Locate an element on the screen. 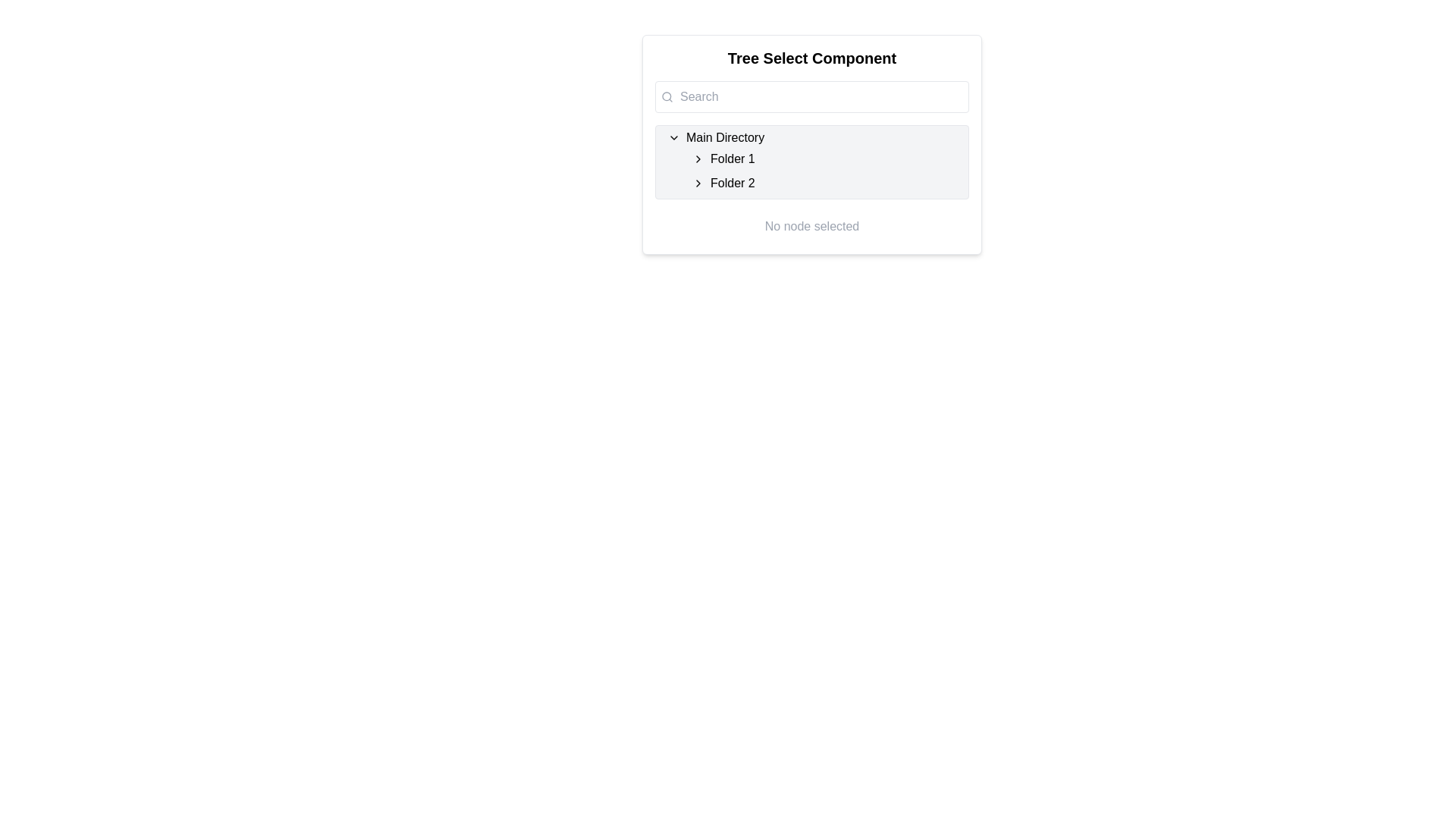 This screenshot has width=1456, height=819. the 'Folder 1' list item in the tree view is located at coordinates (817, 158).